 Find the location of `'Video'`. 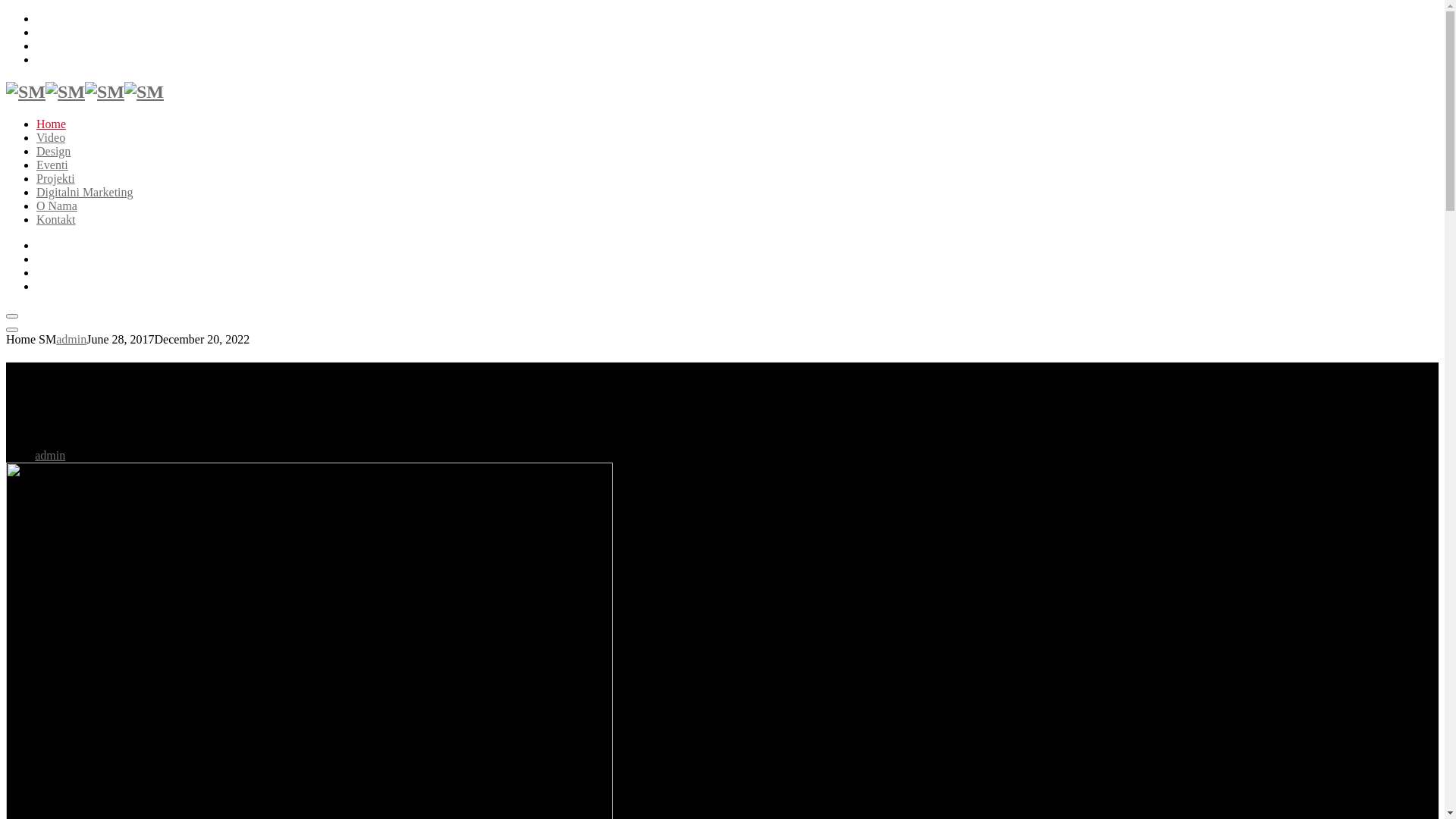

'Video' is located at coordinates (51, 137).